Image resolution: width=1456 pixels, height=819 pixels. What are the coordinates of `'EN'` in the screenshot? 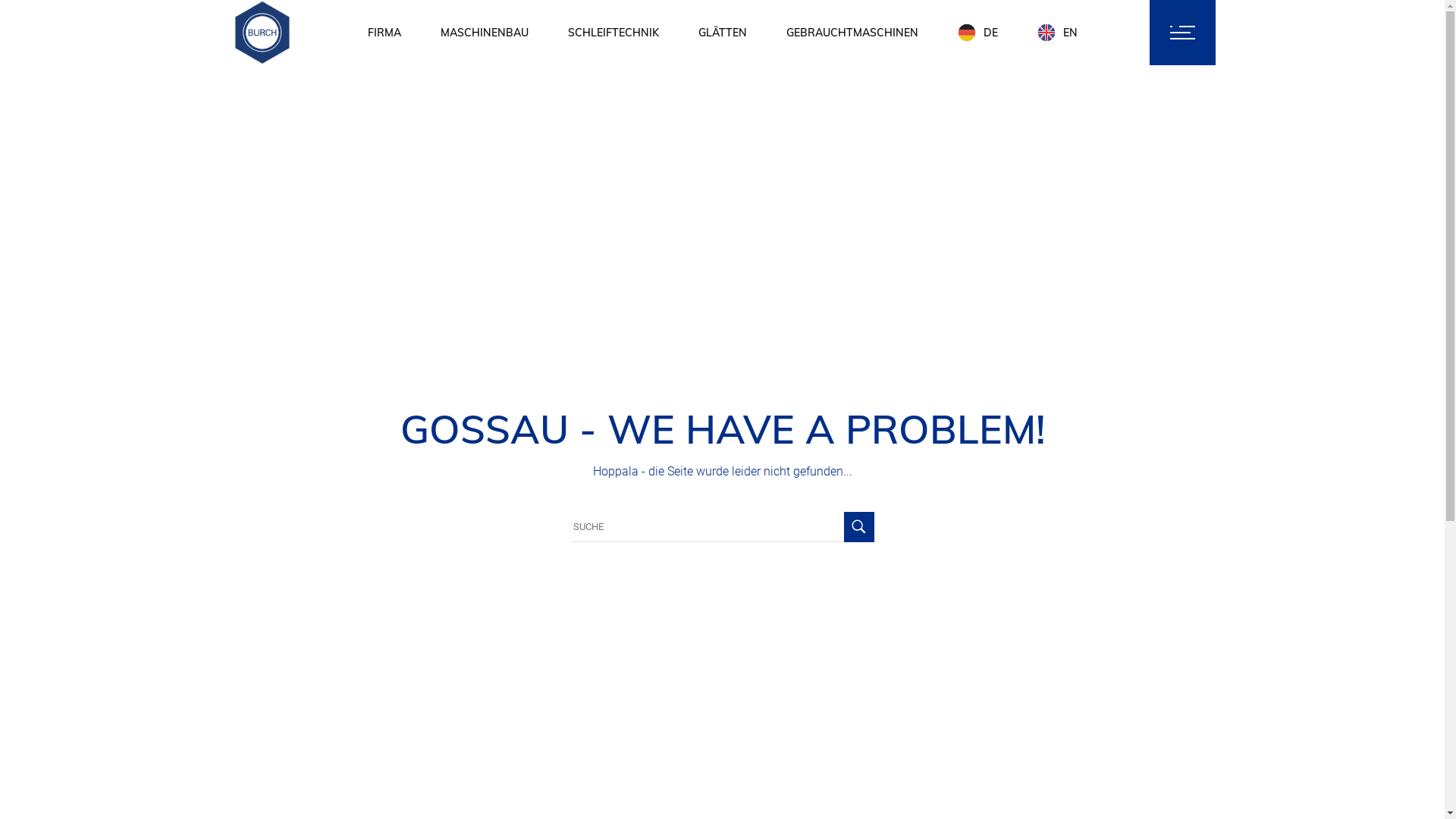 It's located at (1056, 32).